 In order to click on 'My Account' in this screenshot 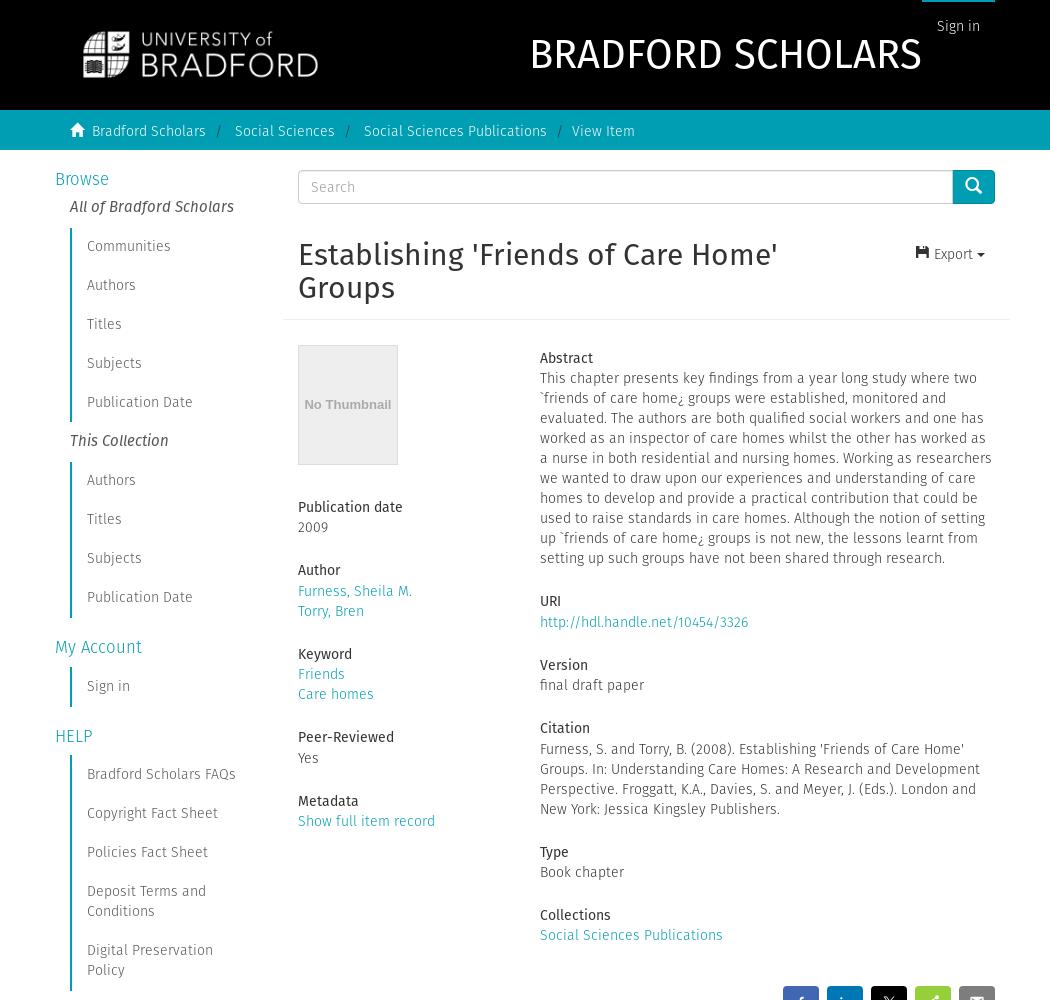, I will do `click(98, 647)`.